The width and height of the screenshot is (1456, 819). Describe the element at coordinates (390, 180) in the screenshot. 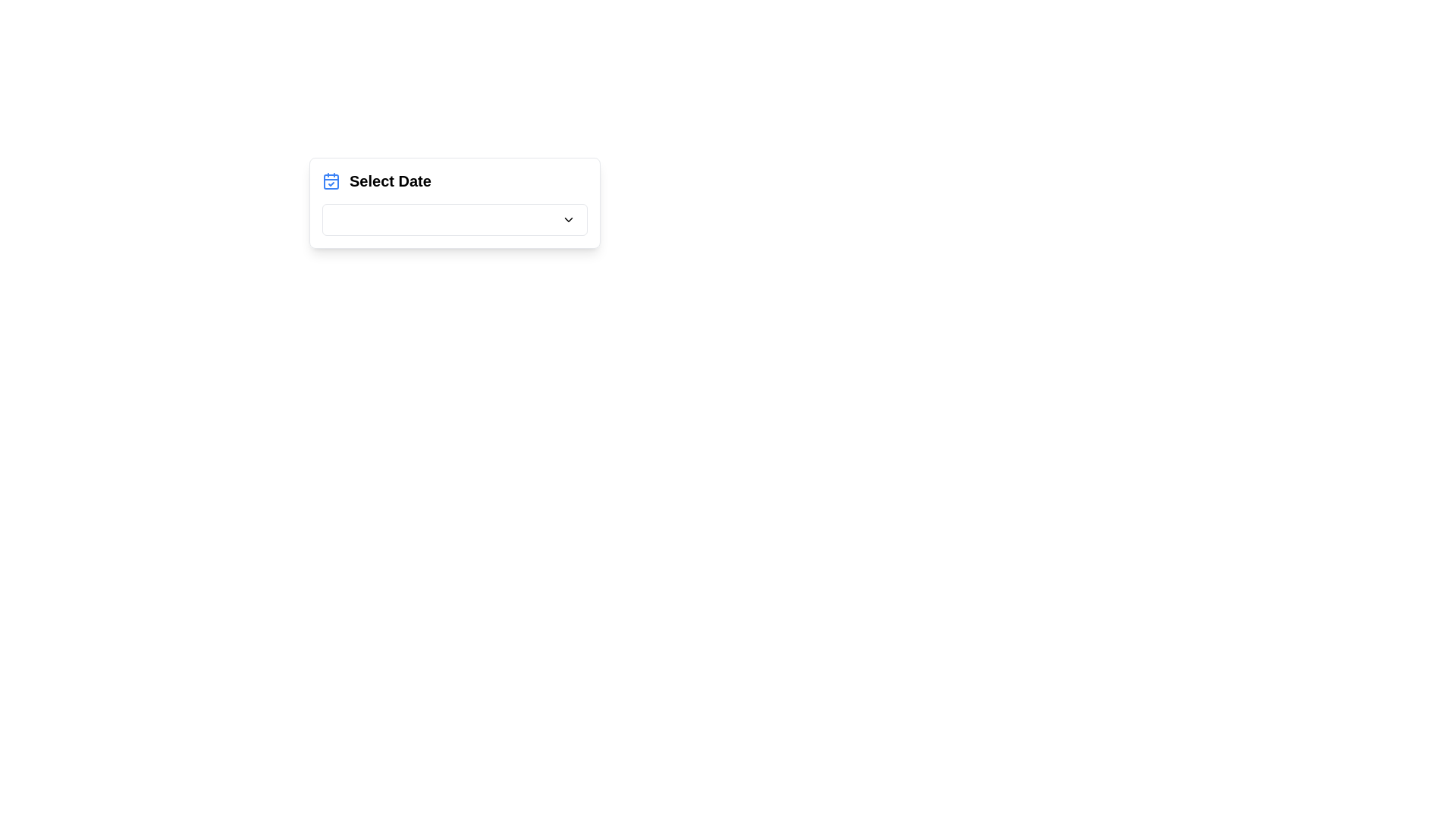

I see `the 'Select Date' text label, which is styled with a bold and large font in black color, located within a horizontal group of items` at that location.